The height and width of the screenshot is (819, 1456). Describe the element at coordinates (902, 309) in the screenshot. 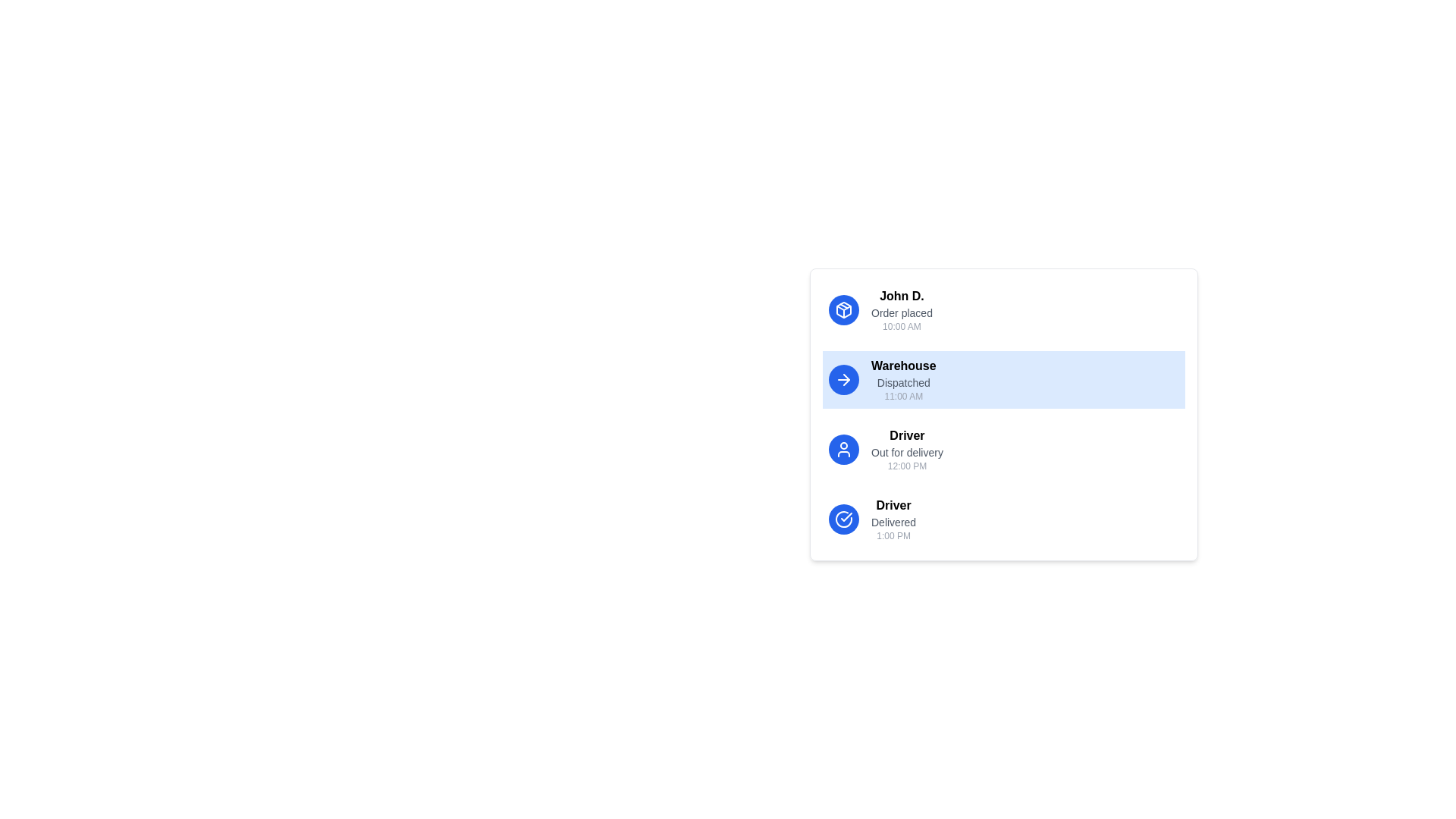

I see `text block containing the title 'John D.', the subtext 'Order placed', and the timestamp '10:00 AM', which is the first entry in a vertical list of similar entries` at that location.